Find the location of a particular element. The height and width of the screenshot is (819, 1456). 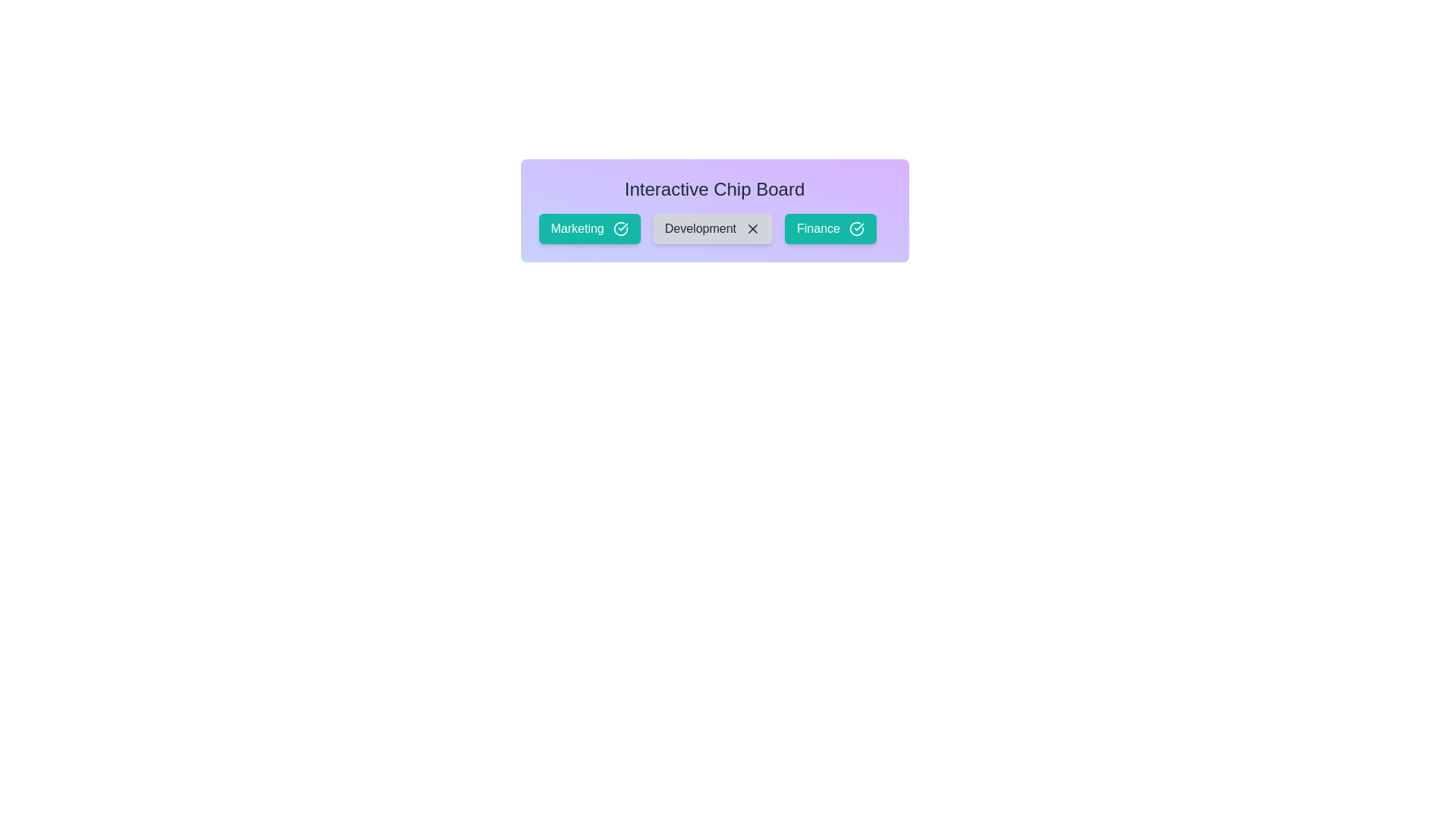

the chip labeled Development is located at coordinates (711, 228).